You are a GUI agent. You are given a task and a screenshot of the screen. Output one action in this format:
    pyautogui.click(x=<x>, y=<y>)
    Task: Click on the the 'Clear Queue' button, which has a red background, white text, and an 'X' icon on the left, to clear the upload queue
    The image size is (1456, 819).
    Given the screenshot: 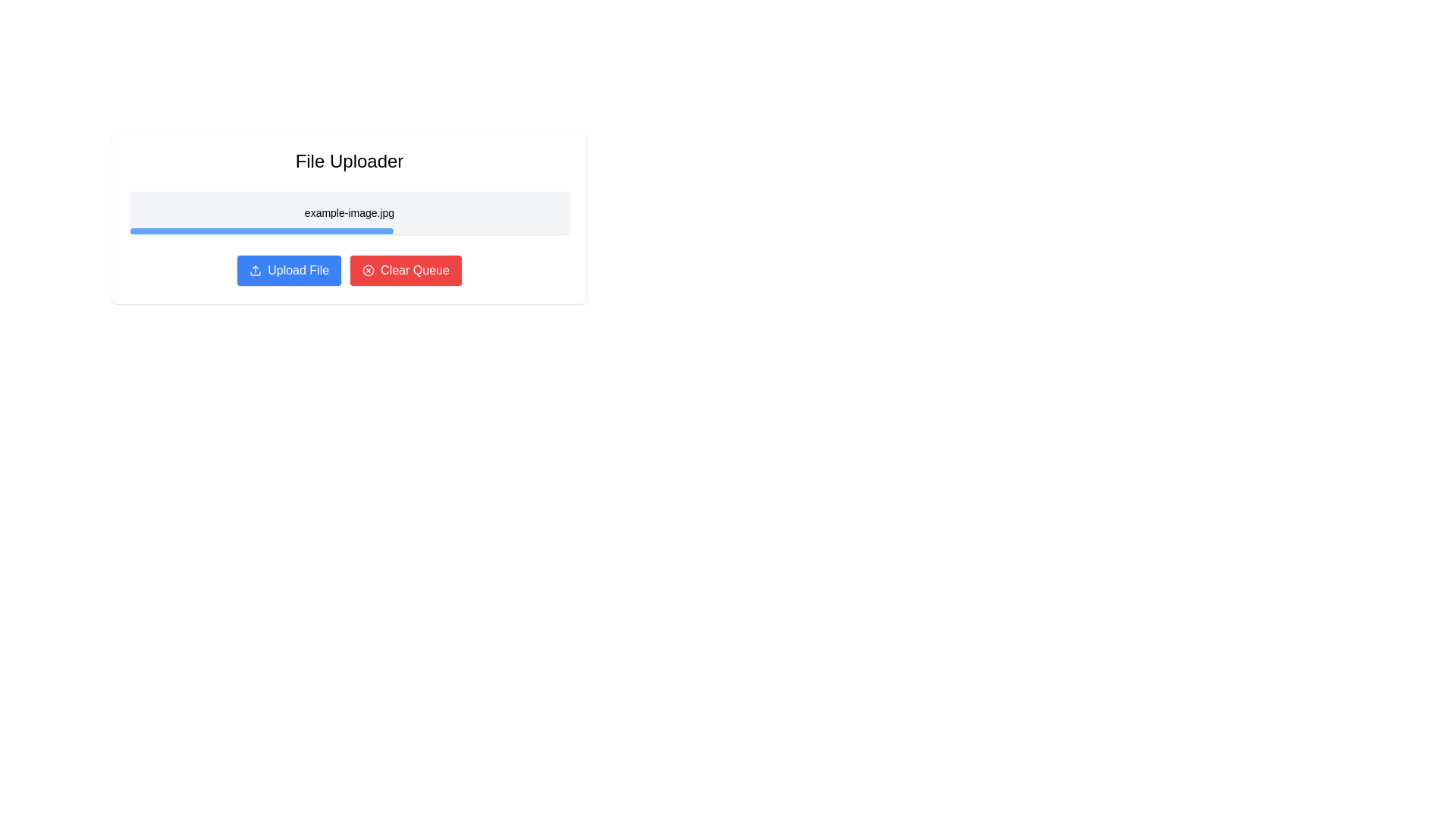 What is the action you would take?
    pyautogui.click(x=406, y=270)
    